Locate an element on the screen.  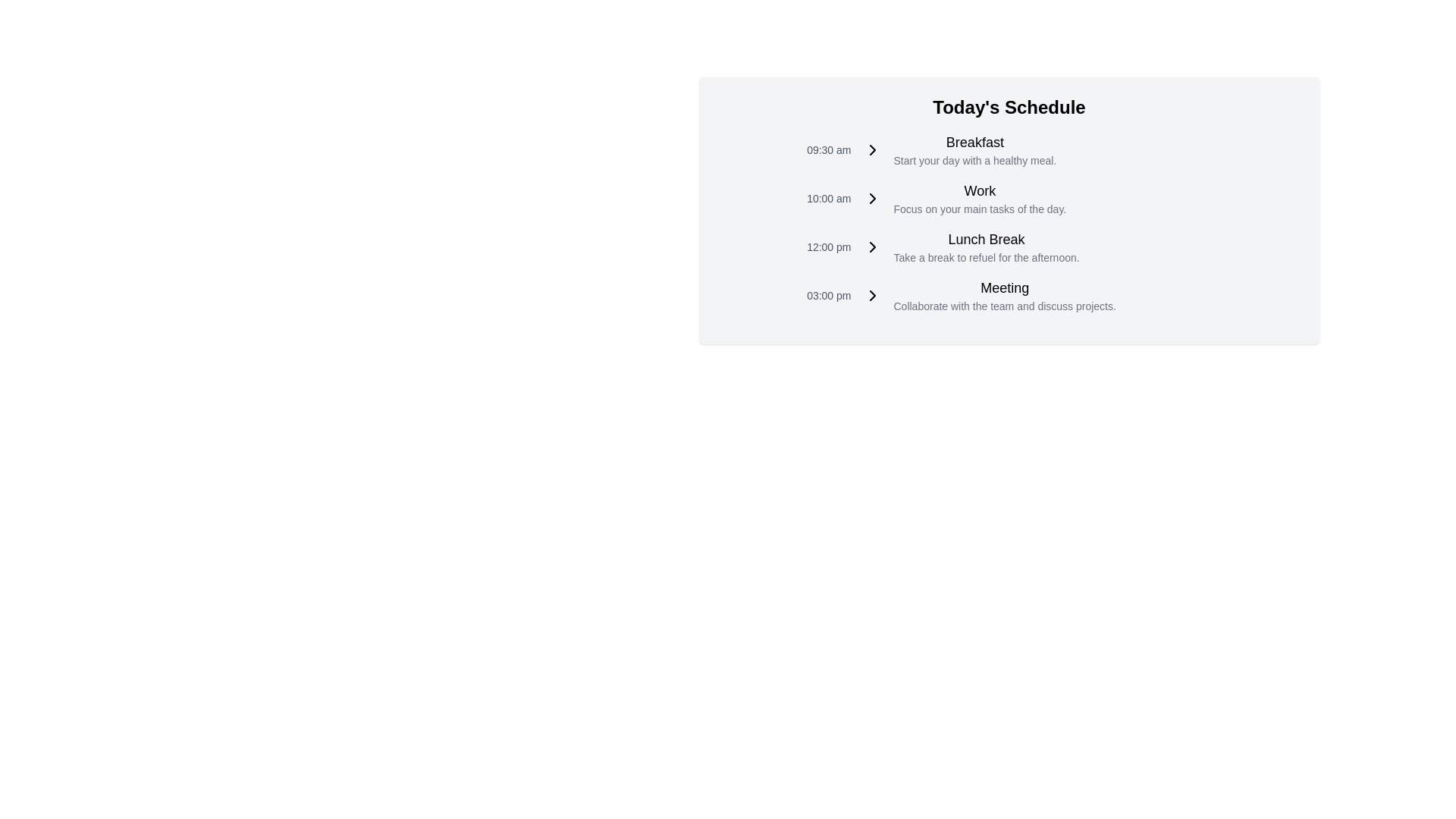
the time indicator displaying '12:00 pm' located in the schedule section under 'Lunch Break', aligned to the right margin is located at coordinates (828, 246).